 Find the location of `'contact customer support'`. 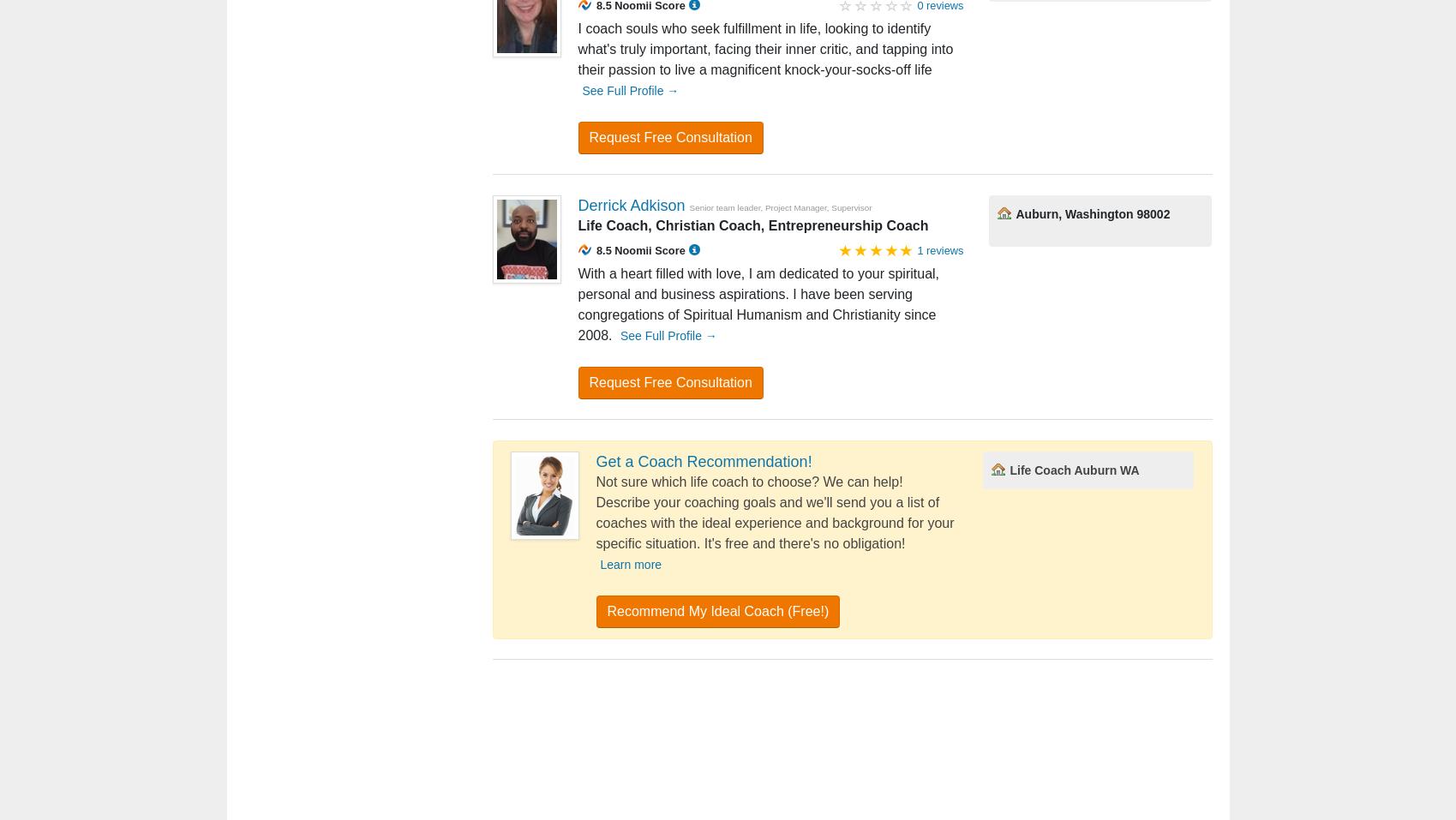

'contact customer support' is located at coordinates (890, 743).